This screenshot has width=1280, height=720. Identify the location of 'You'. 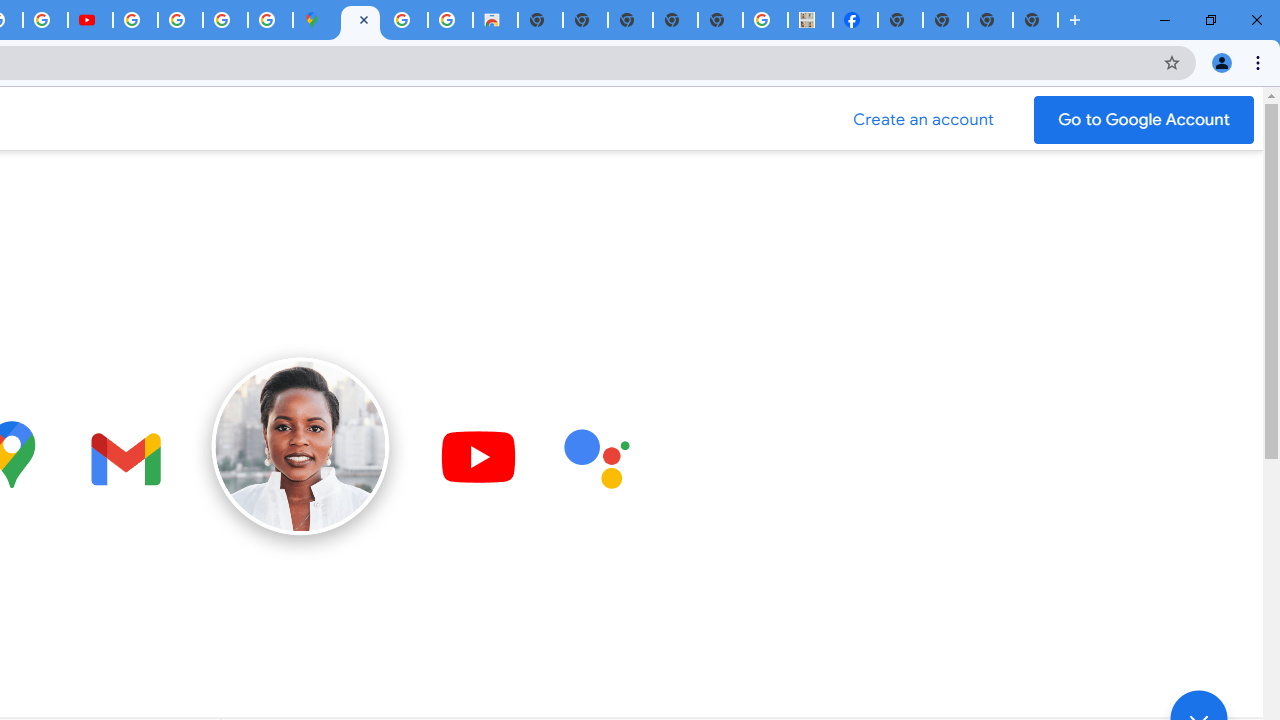
(1220, 61).